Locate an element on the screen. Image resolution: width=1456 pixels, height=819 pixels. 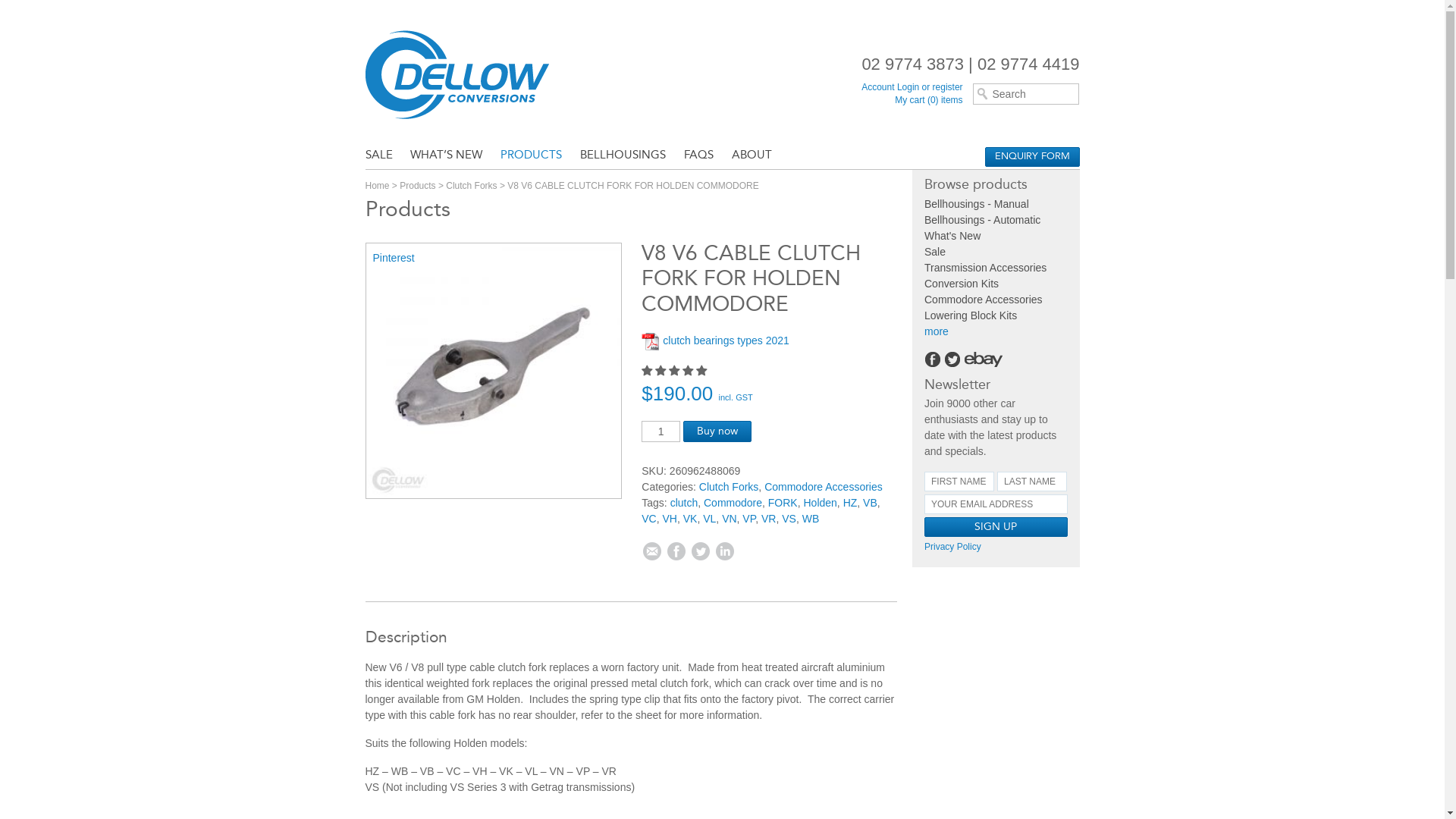
'VS' is located at coordinates (789, 517).